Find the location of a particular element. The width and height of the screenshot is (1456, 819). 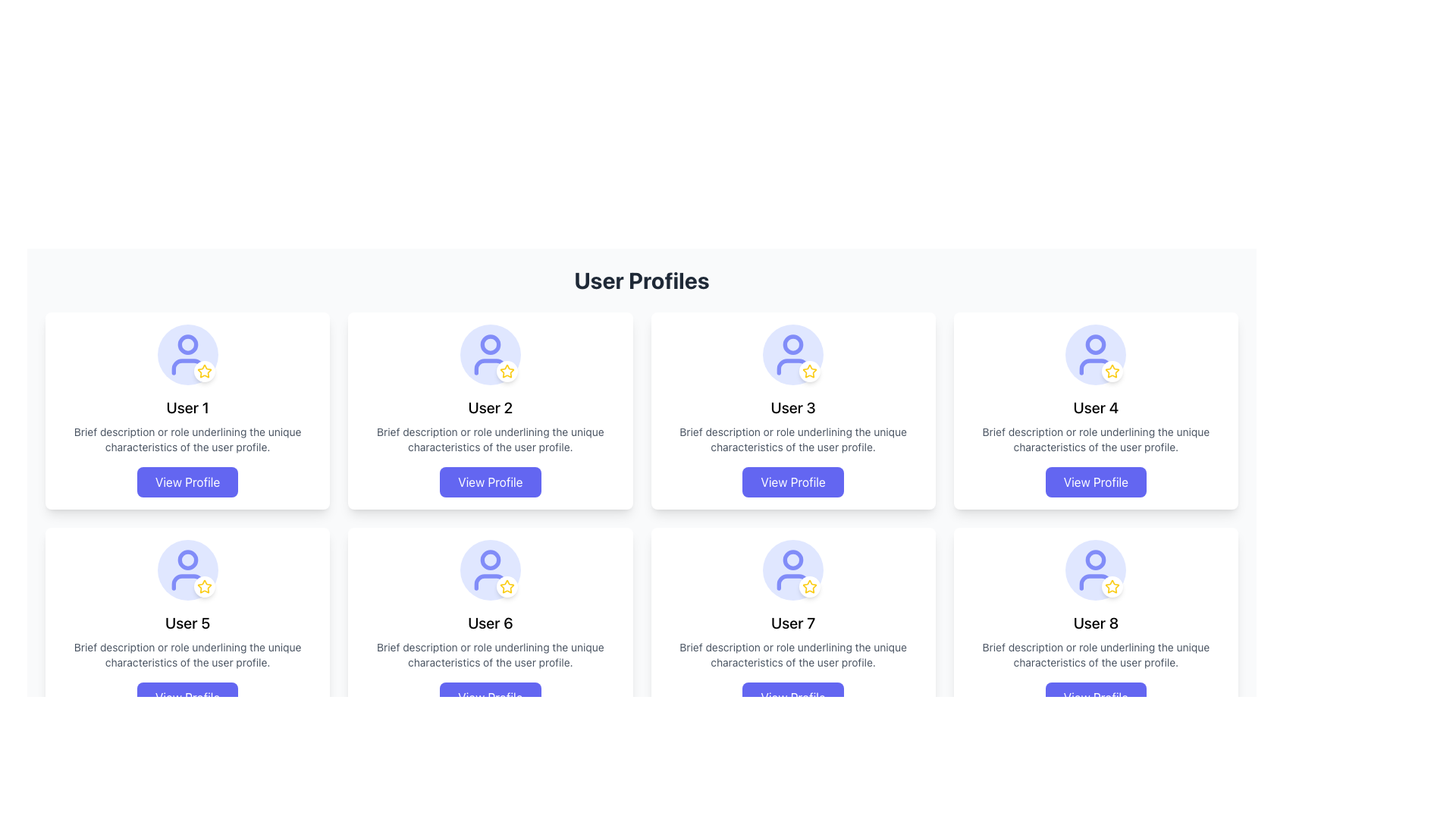

the star icon representing a rating for 'User 6' located in the bottom-right corner above 'View Profile' is located at coordinates (507, 586).